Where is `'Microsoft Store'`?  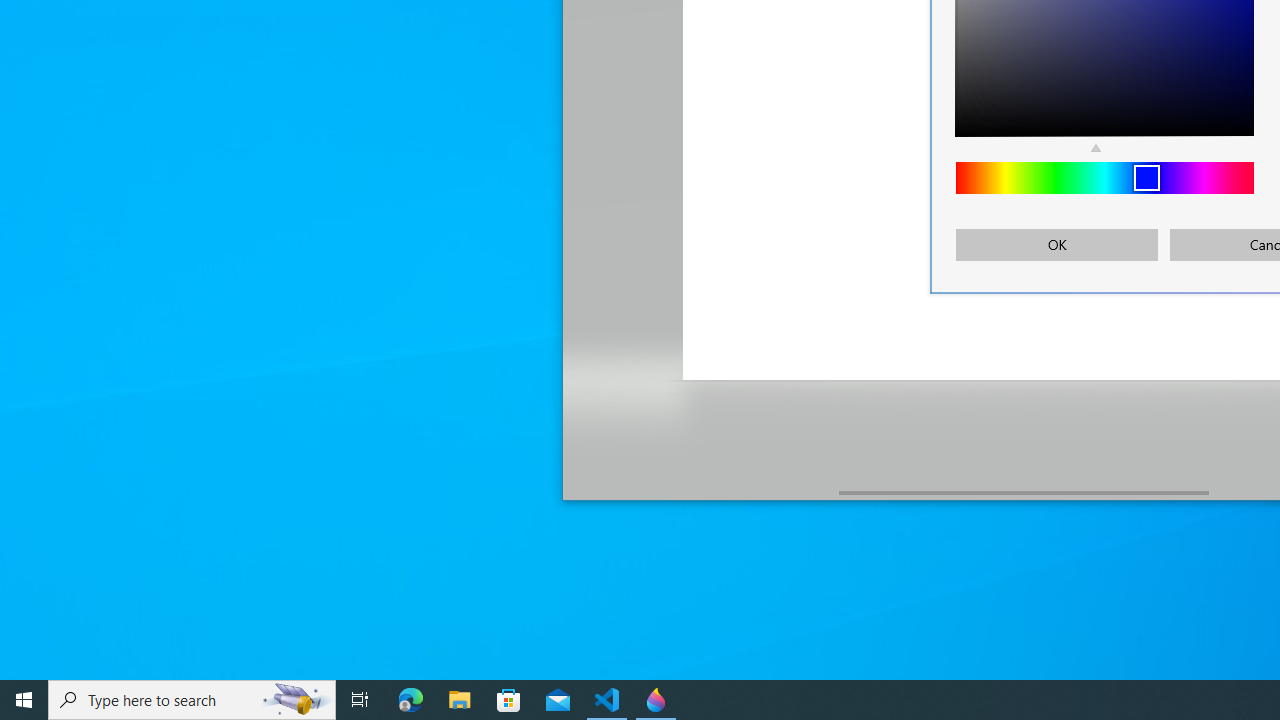
'Microsoft Store' is located at coordinates (509, 698).